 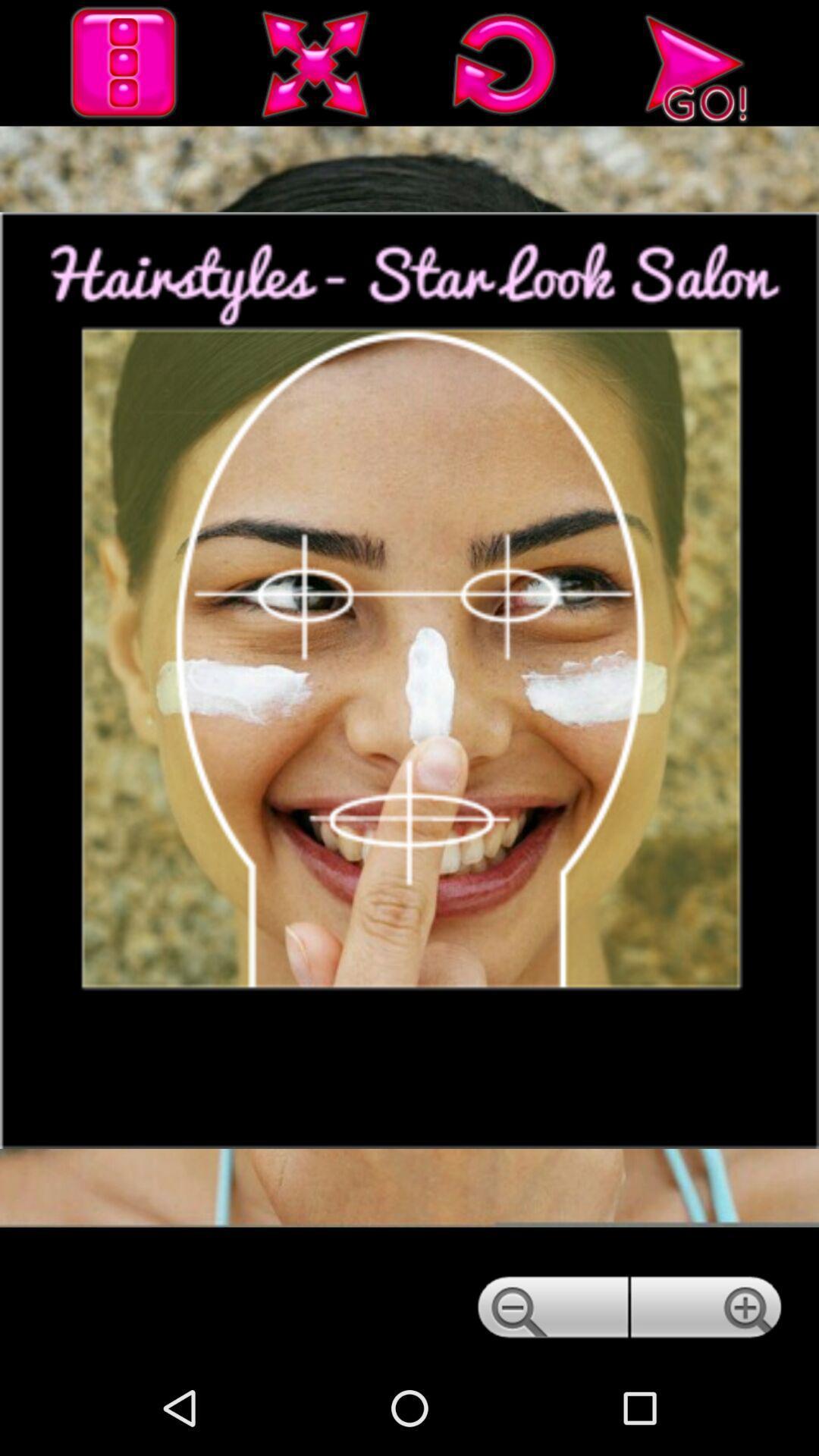 I want to click on the refresh icon, so click(x=505, y=68).